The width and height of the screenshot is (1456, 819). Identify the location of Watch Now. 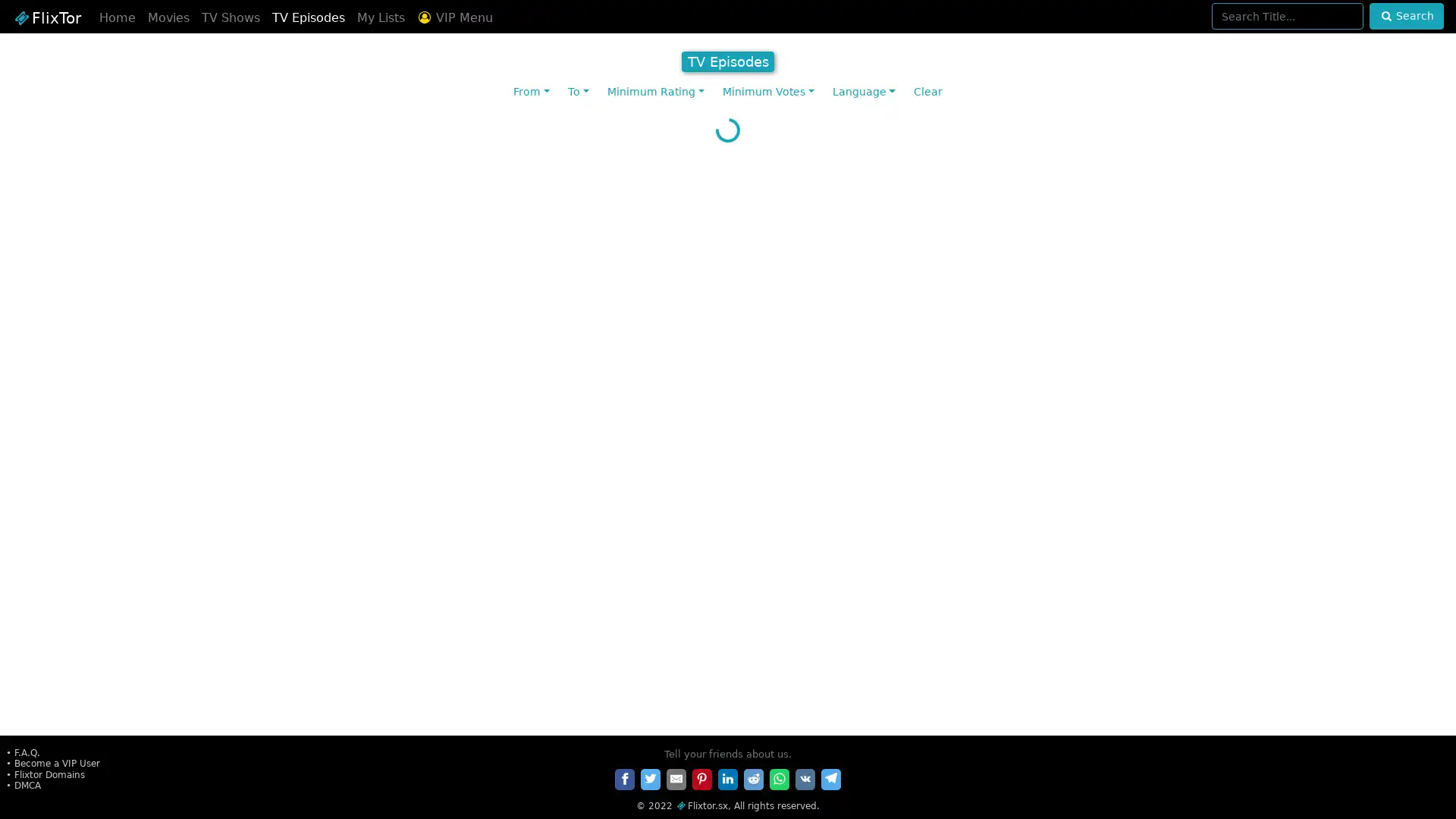
(294, 716).